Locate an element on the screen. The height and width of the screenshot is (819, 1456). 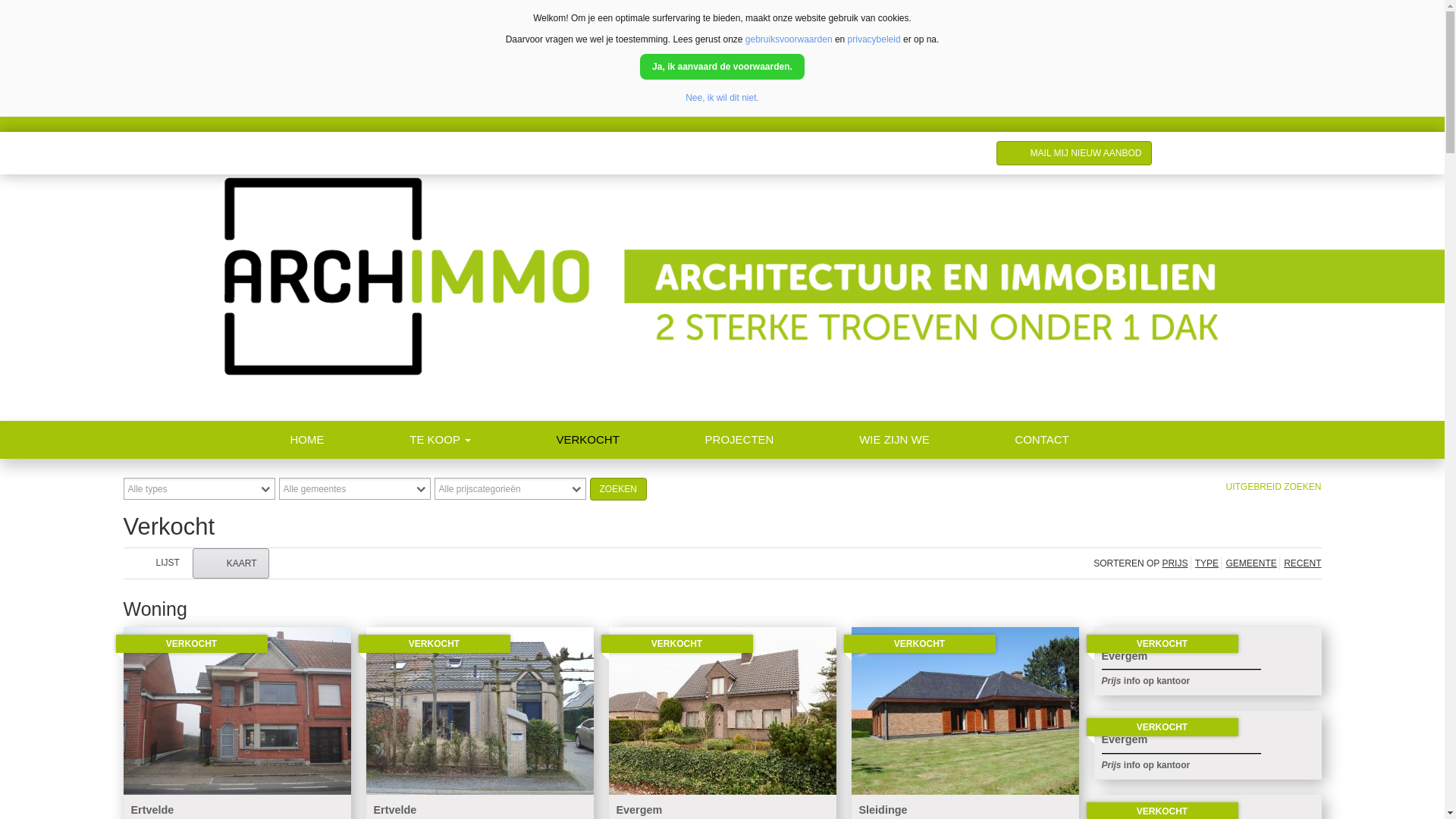
'GEMEENTE' is located at coordinates (1248, 563).